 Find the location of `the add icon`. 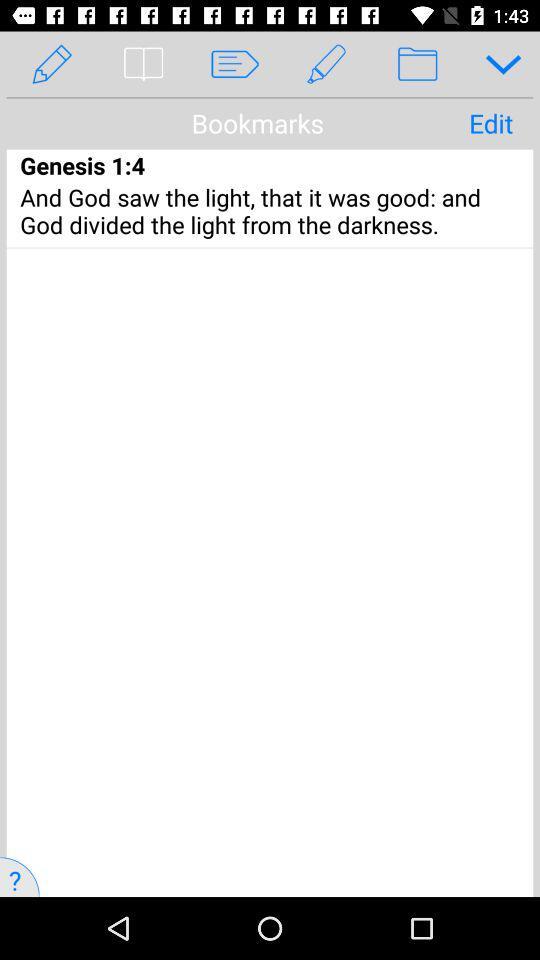

the add icon is located at coordinates (440, 51).